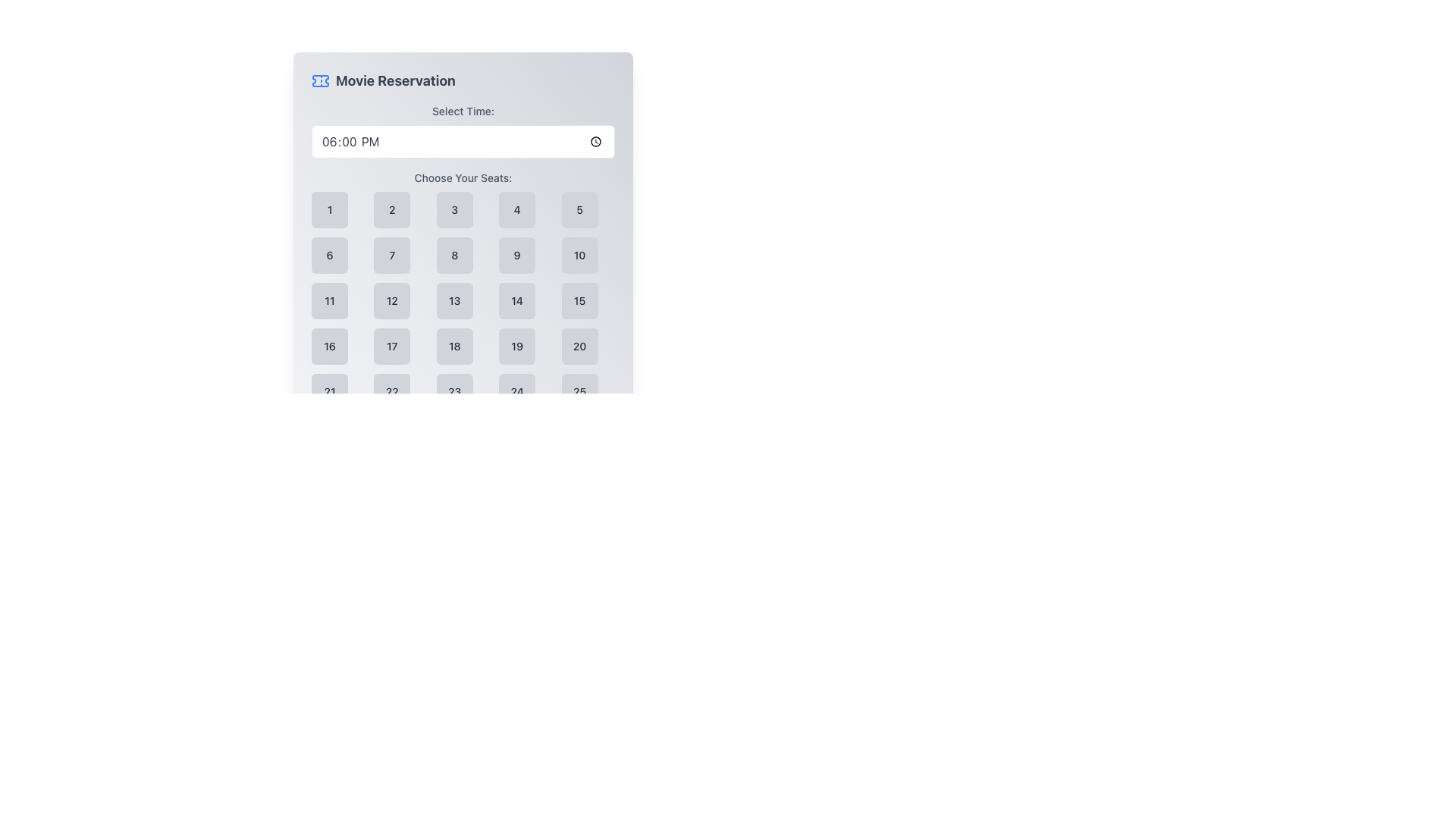 This screenshot has width=1456, height=819. Describe the element at coordinates (453, 210) in the screenshot. I see `the button representing seat number '3', which is located in the first row of a grid layout below the 'Choose Your Seats' label` at that location.